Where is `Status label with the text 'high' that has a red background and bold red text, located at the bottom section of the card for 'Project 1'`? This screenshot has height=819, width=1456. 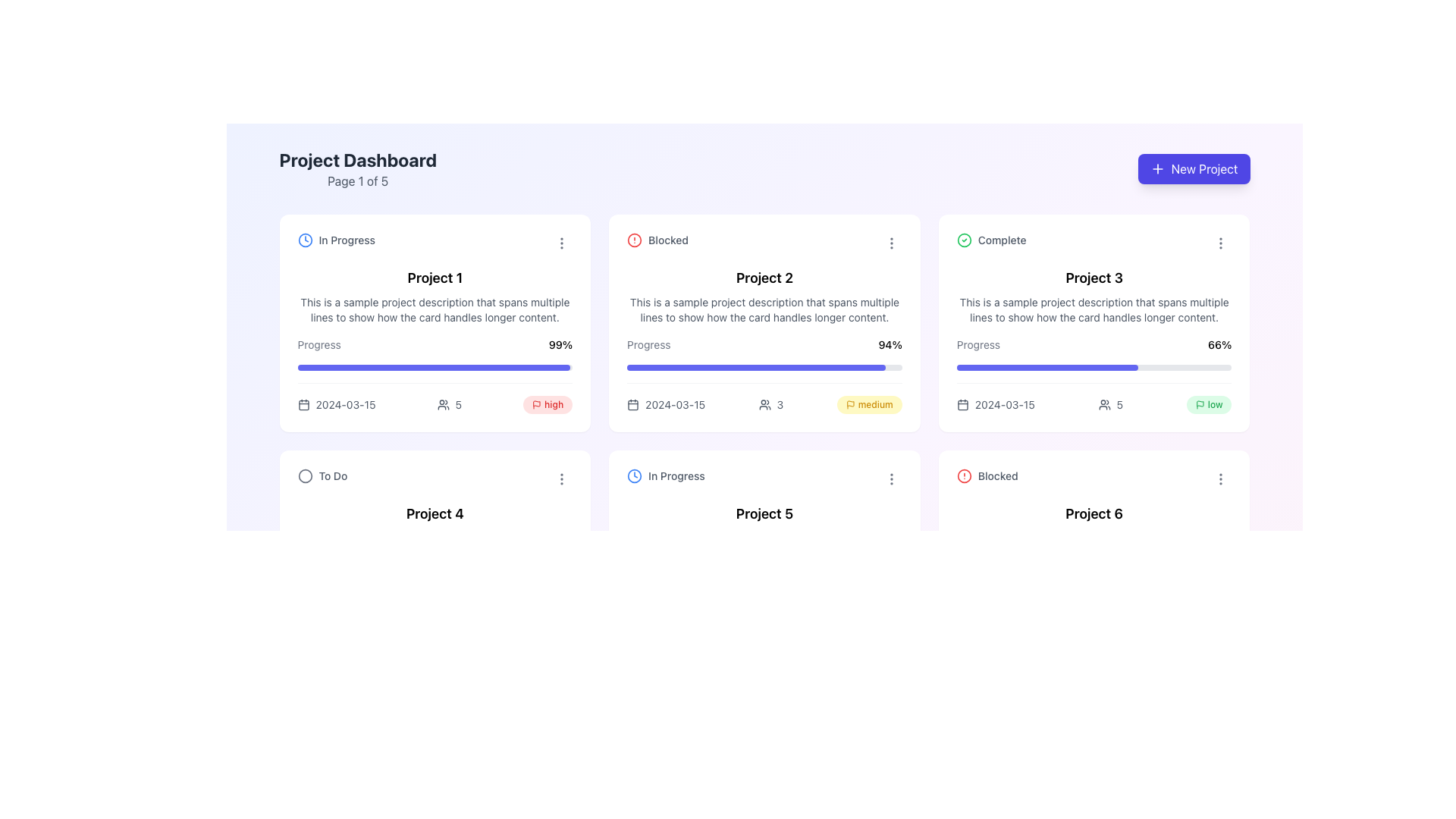
Status label with the text 'high' that has a red background and bold red text, located at the bottom section of the card for 'Project 1' is located at coordinates (547, 403).